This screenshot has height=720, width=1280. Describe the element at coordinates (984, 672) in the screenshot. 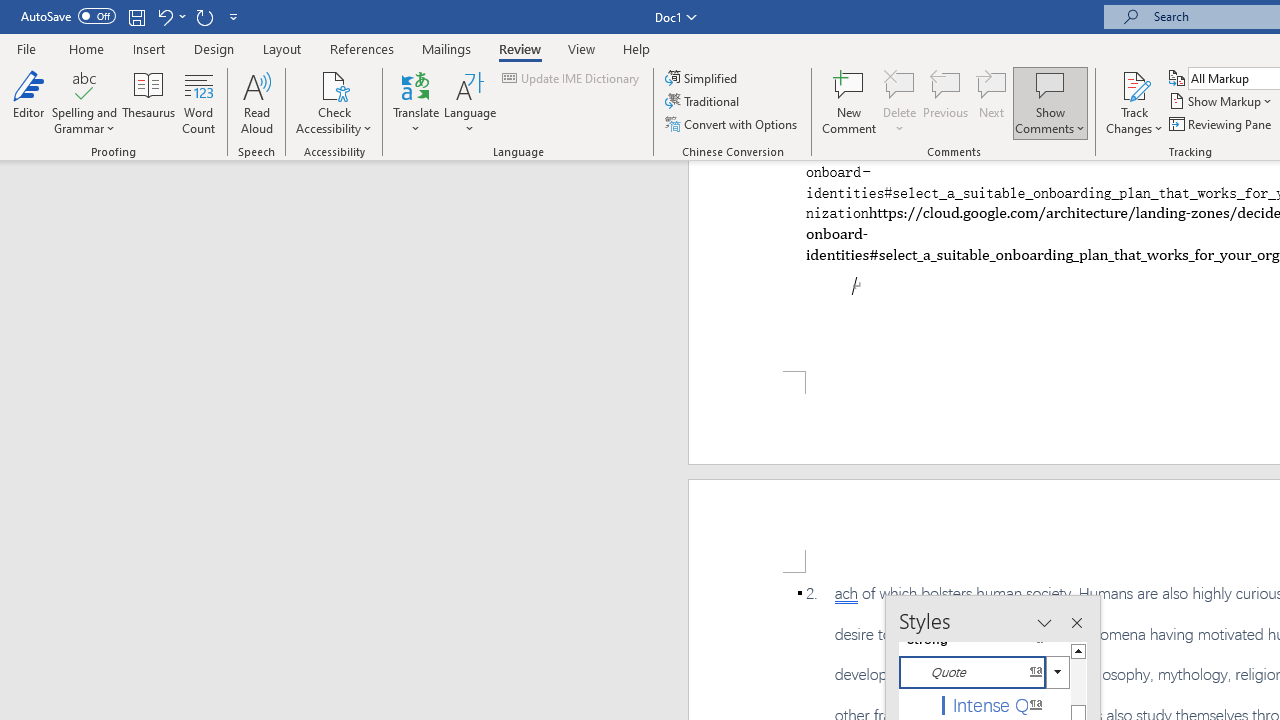

I see `'Quote'` at that location.